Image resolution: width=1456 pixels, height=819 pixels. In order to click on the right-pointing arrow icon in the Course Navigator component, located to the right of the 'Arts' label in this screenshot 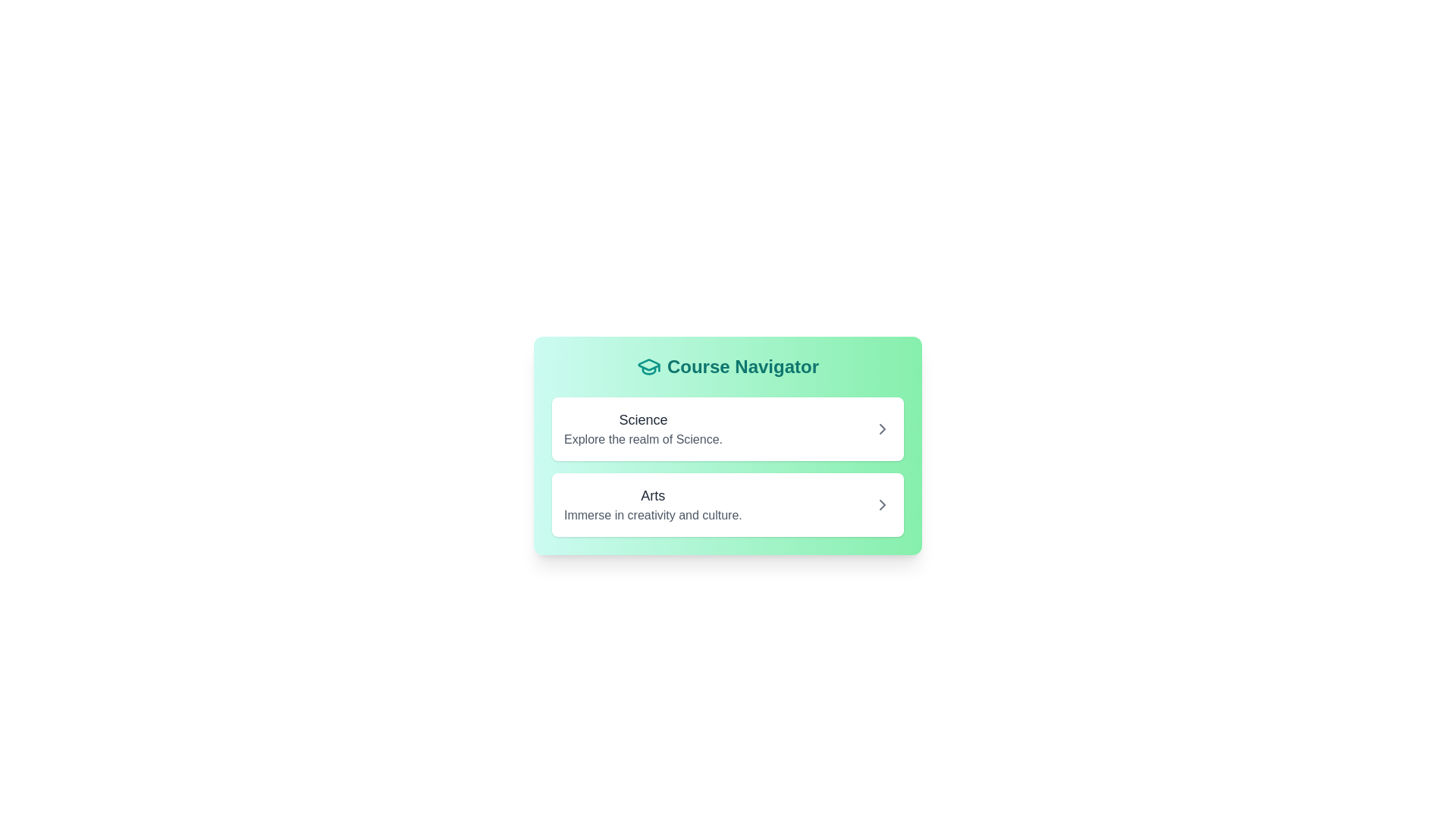, I will do `click(882, 505)`.